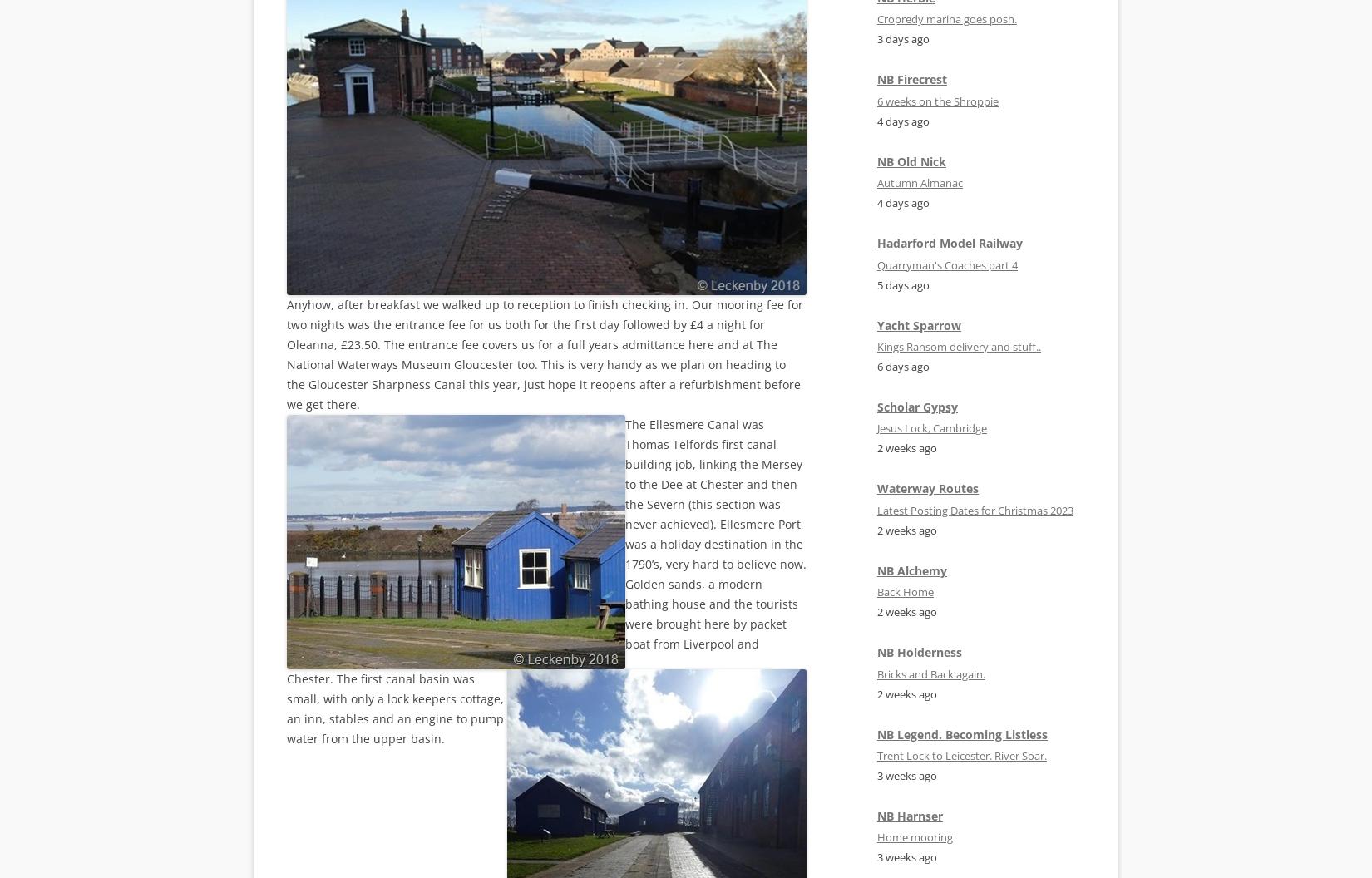  Describe the element at coordinates (959, 347) in the screenshot. I see `'Kings Ransom delivery and stuff..'` at that location.